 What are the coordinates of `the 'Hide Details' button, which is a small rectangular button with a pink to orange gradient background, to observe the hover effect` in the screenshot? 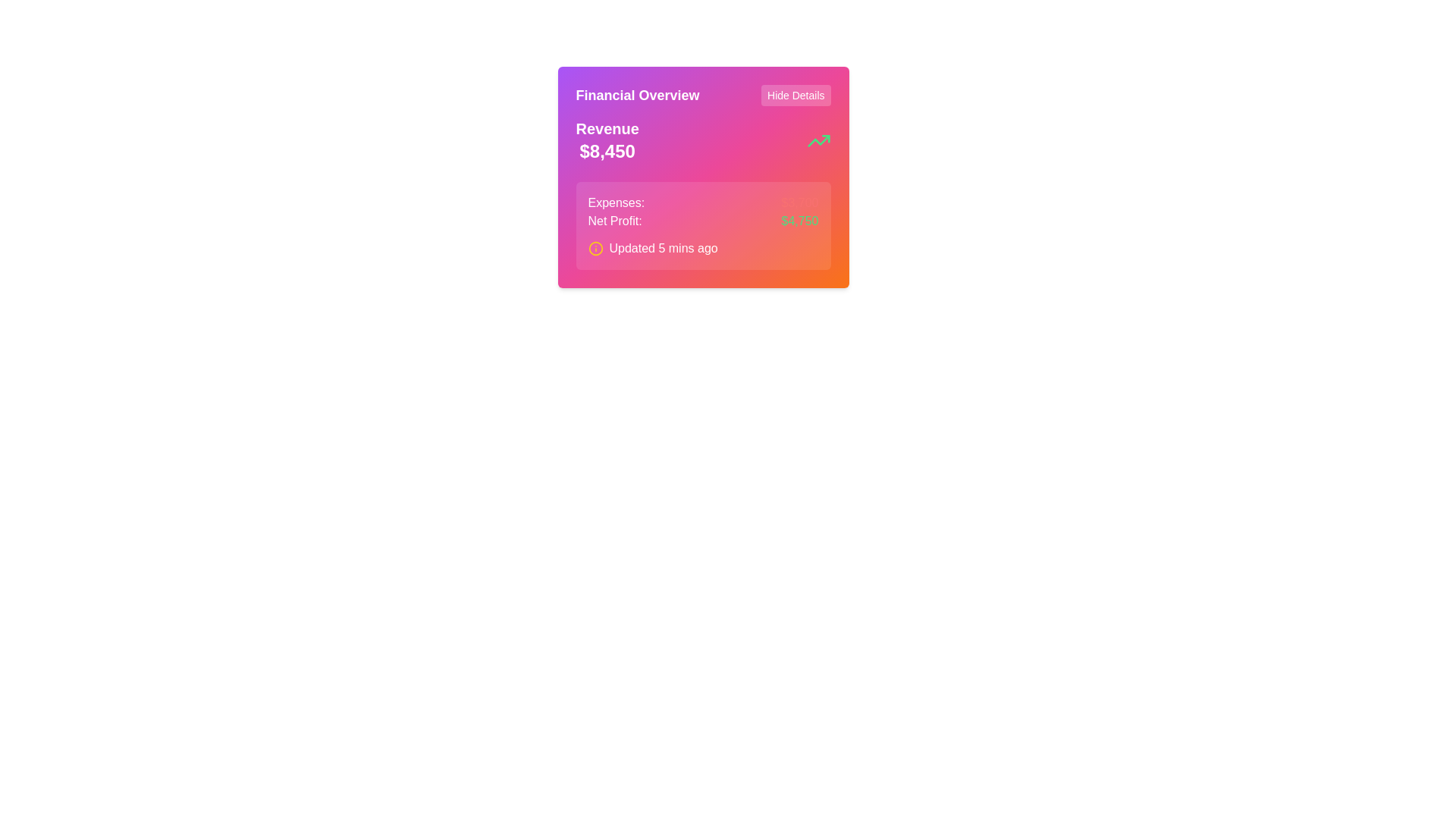 It's located at (795, 96).